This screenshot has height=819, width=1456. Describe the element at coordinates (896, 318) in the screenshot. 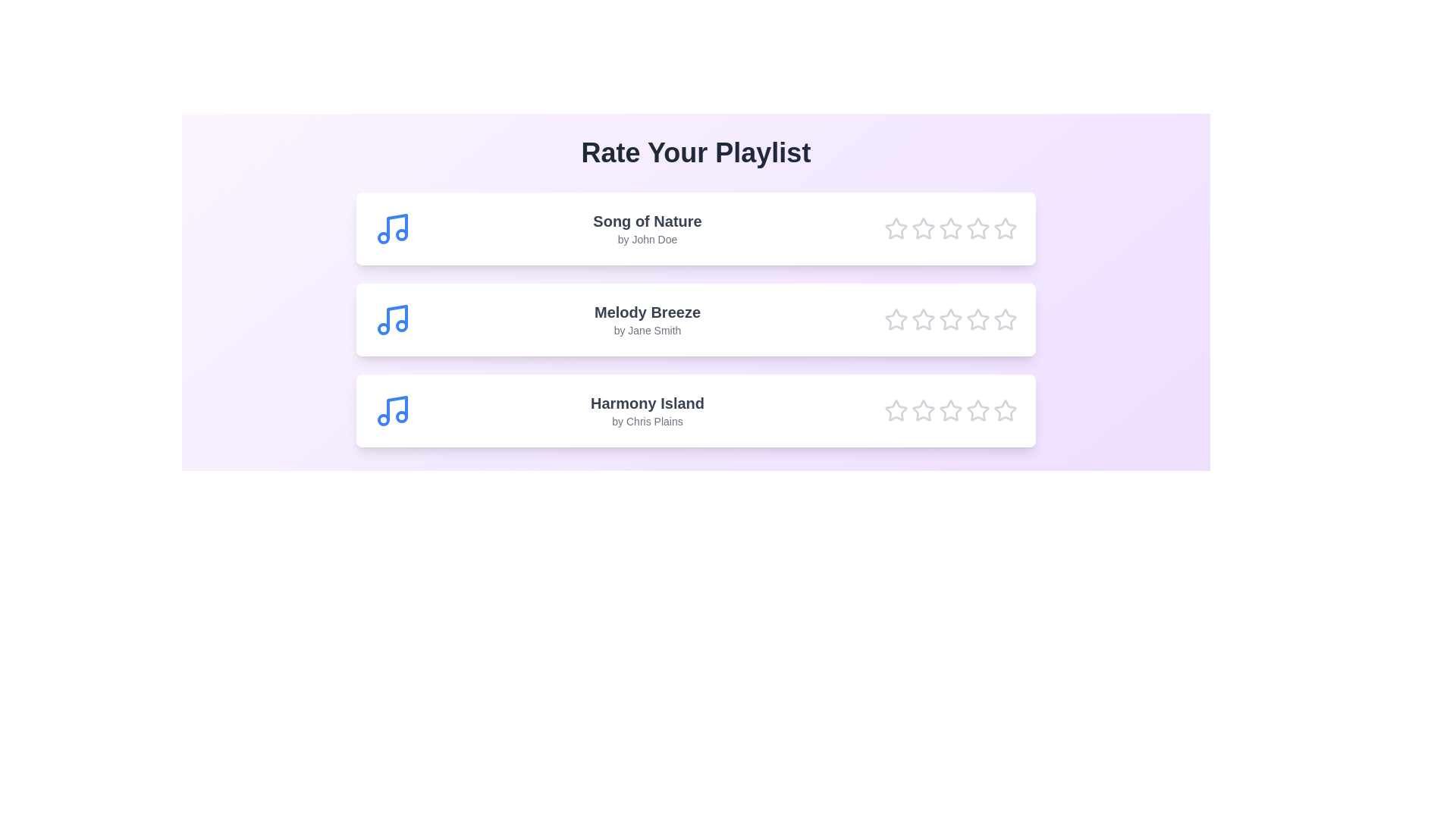

I see `the star corresponding to 1 for the song Melody Breeze` at that location.